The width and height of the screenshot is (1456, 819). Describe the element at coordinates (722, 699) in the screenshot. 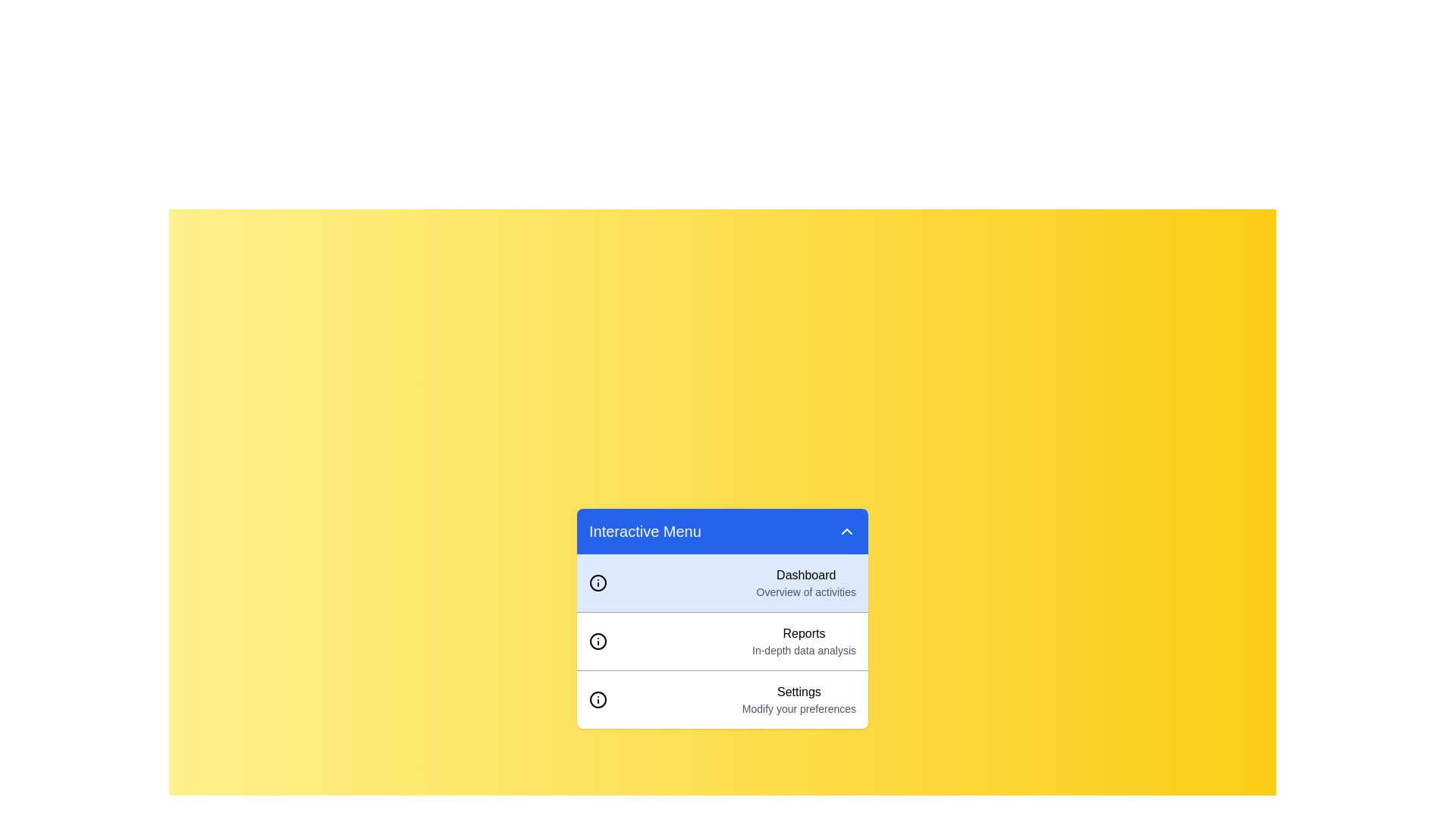

I see `the item Settings from the list` at that location.